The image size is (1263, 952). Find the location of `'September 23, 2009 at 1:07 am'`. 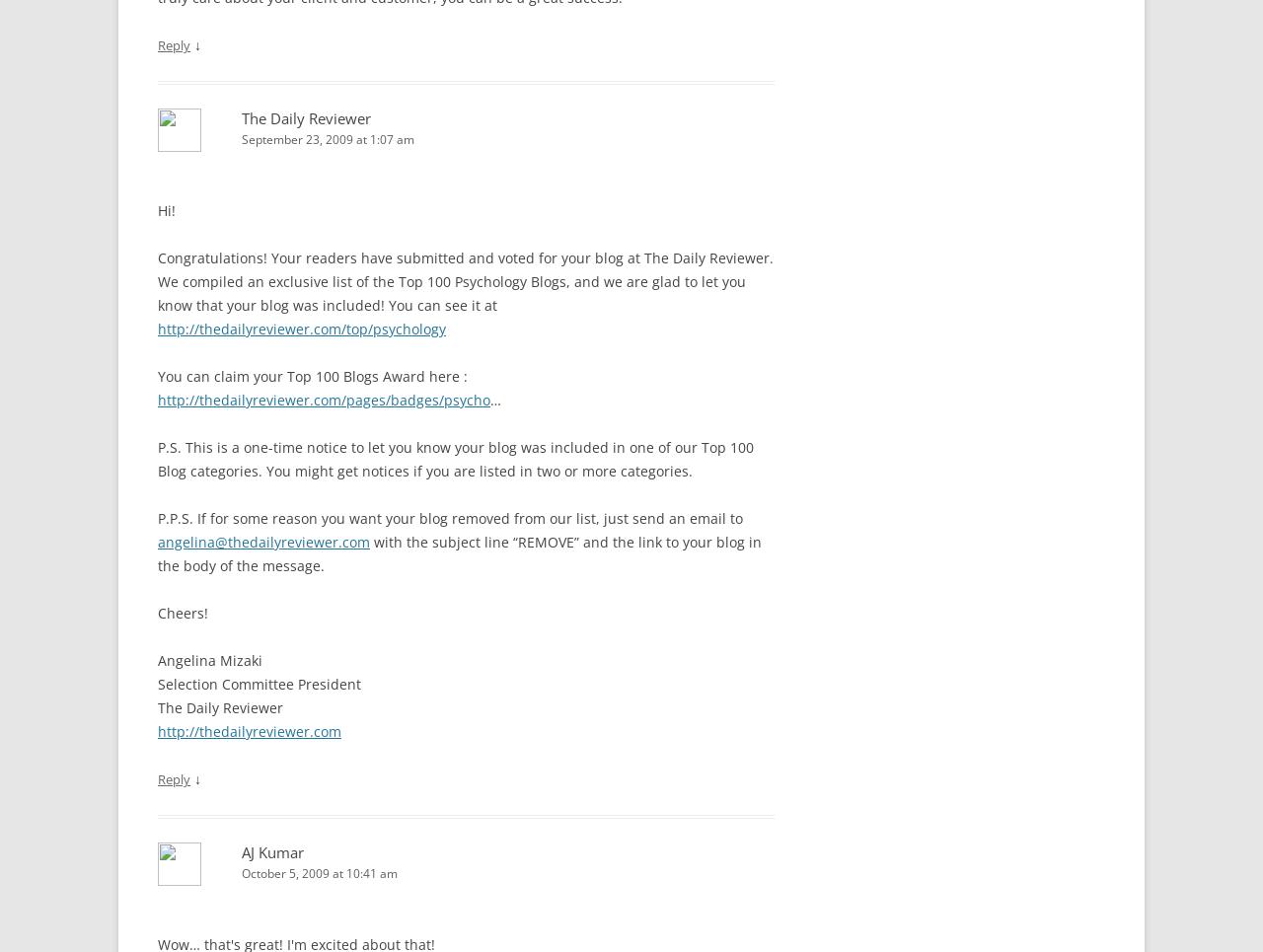

'September 23, 2009 at 1:07 am' is located at coordinates (328, 138).